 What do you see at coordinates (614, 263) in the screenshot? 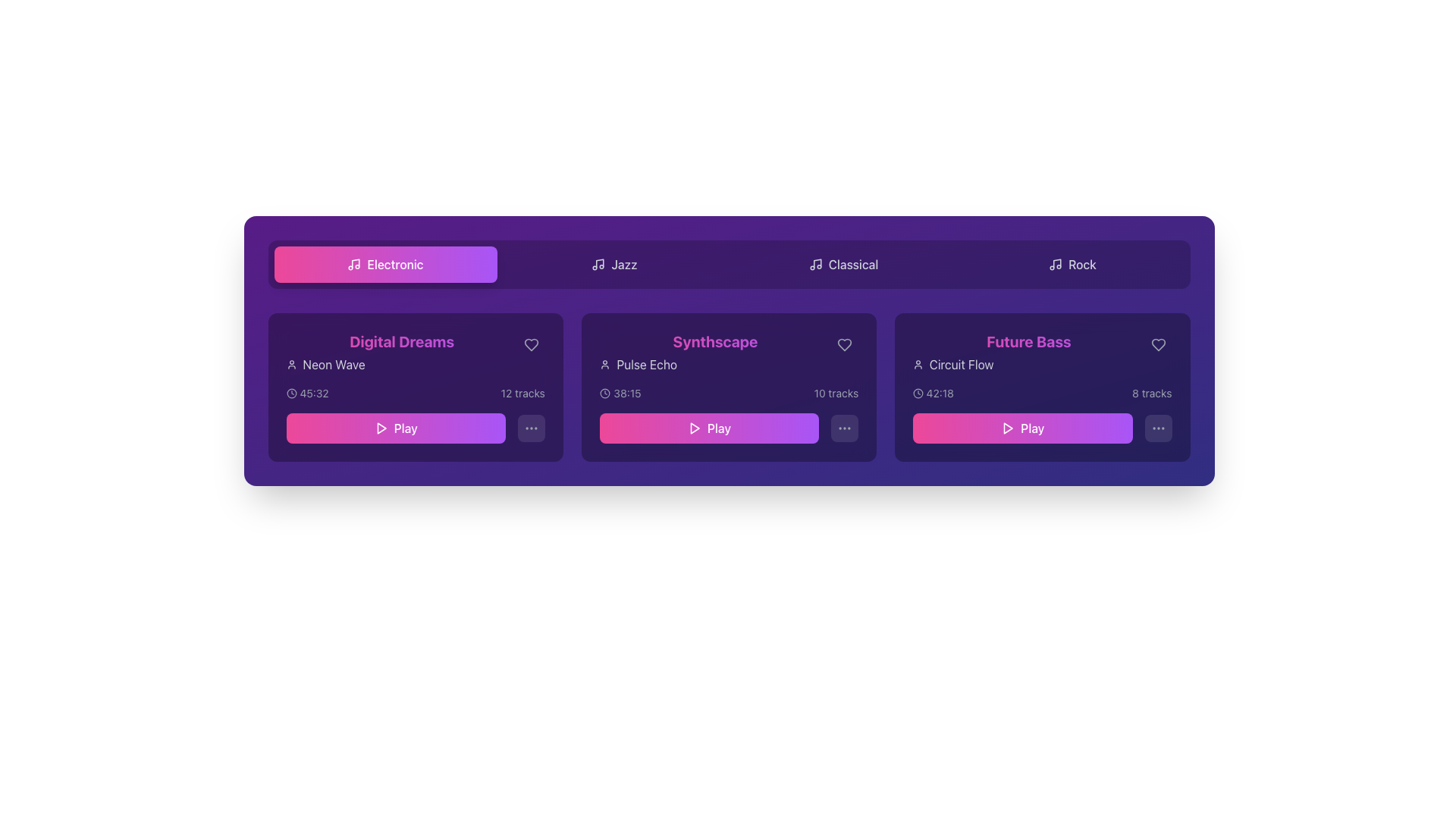
I see `the button in the navigation bar that selects the 'Jazz' category, located between the 'Electronic' and 'Classical' buttons` at bounding box center [614, 263].